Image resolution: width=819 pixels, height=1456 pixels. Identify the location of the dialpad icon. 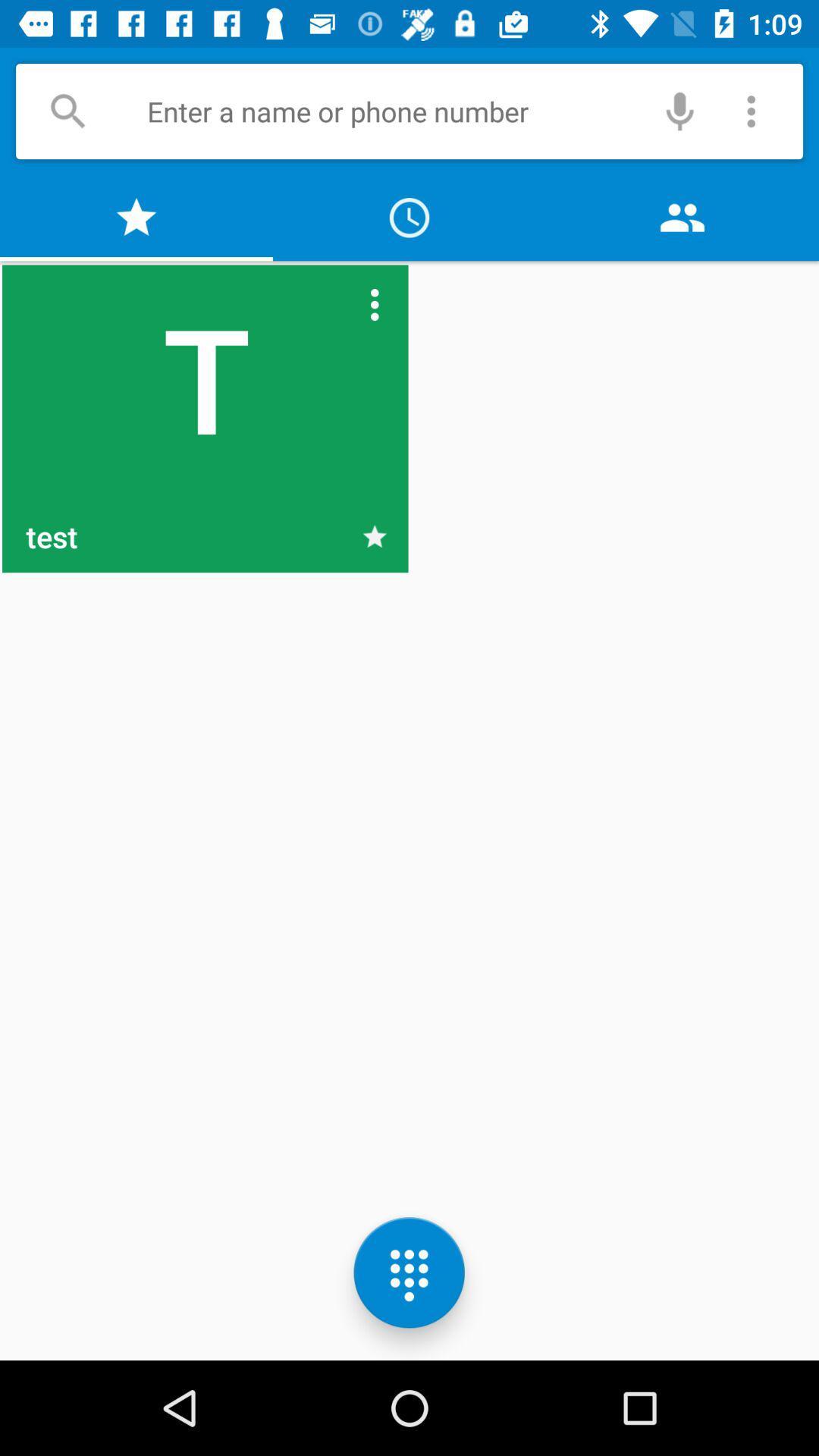
(409, 1272).